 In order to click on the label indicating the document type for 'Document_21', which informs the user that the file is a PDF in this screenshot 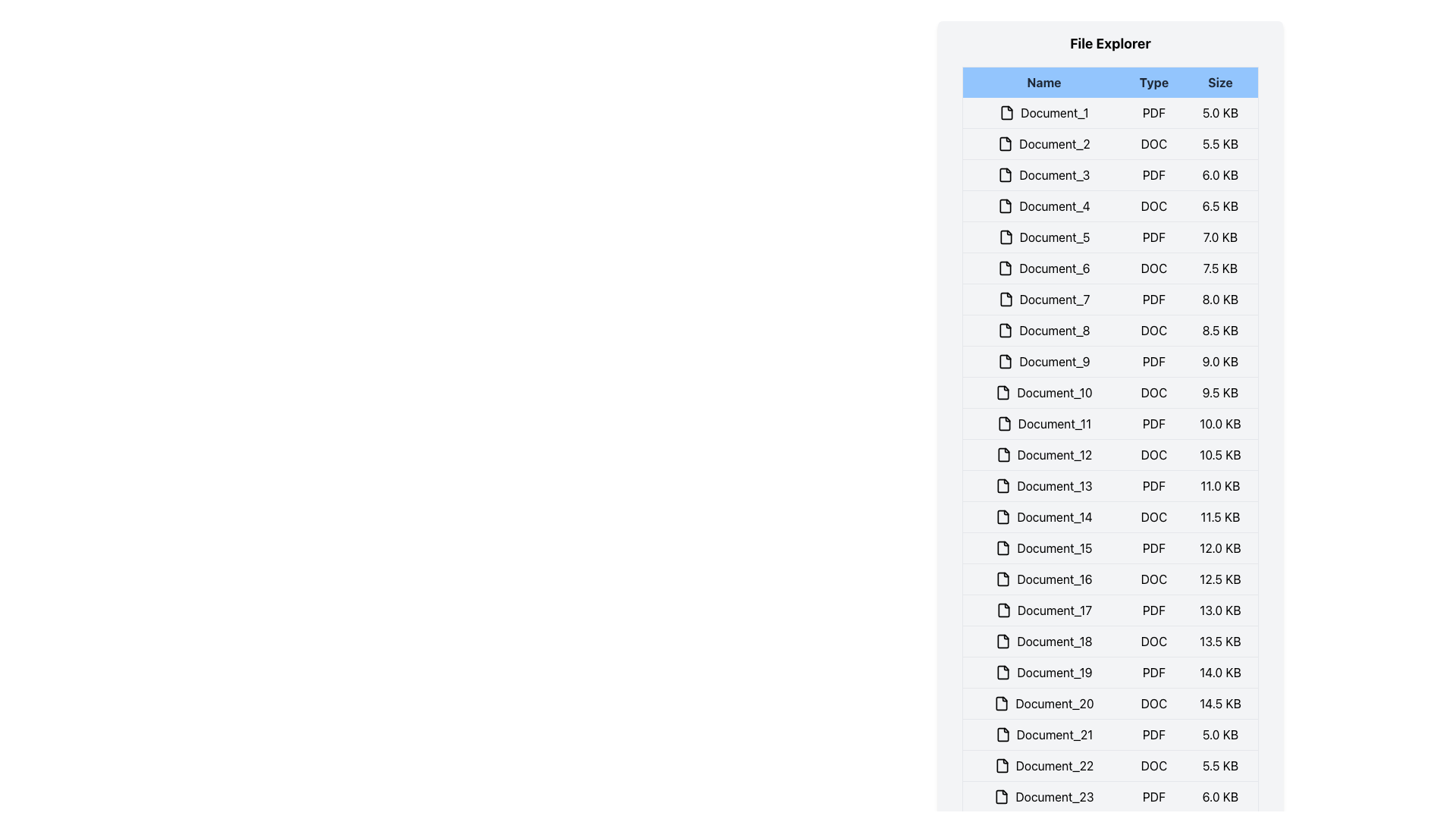, I will do `click(1153, 733)`.